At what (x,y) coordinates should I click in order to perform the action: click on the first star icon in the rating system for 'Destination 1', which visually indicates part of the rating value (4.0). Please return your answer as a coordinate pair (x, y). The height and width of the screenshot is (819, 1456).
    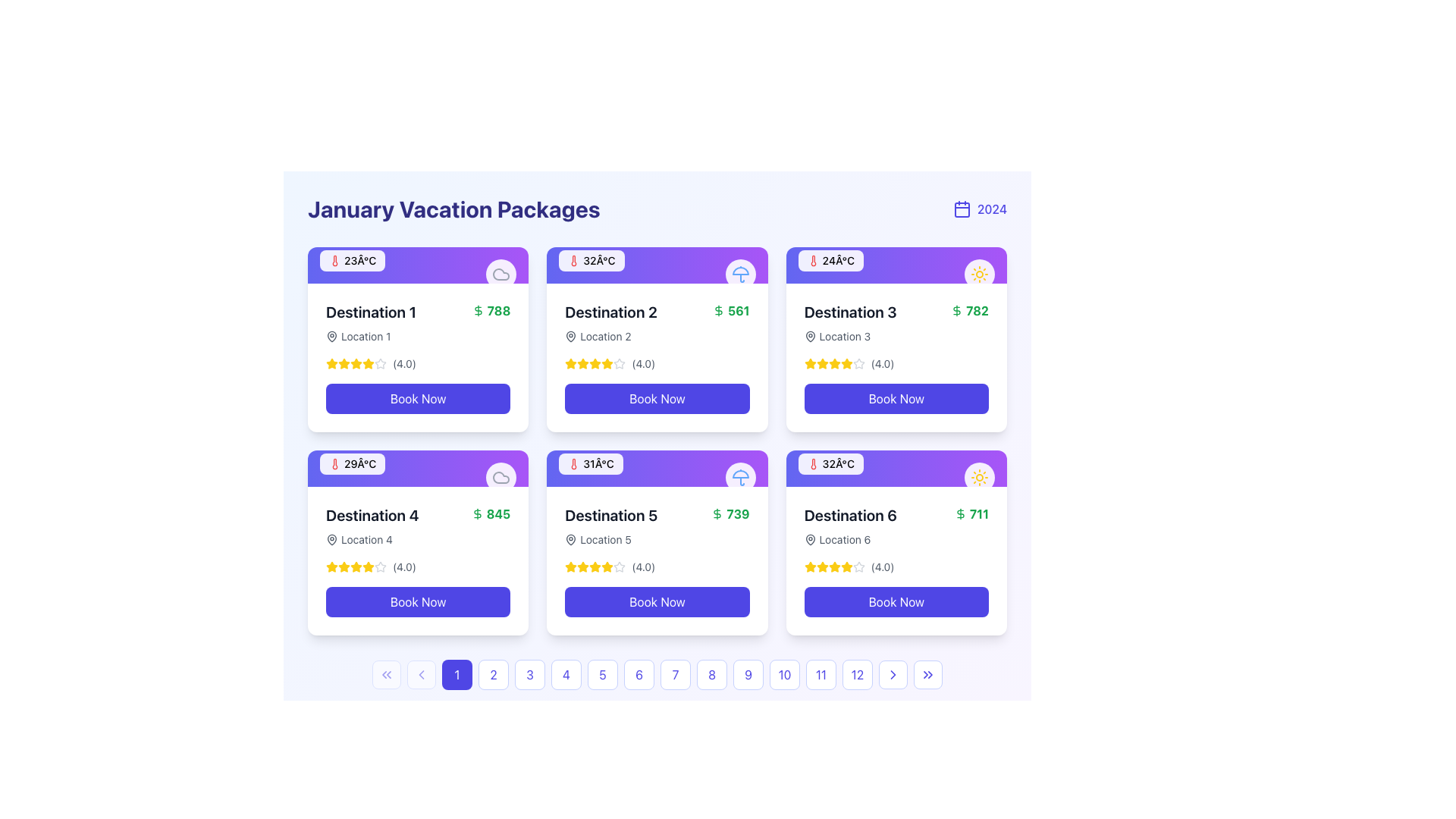
    Looking at the image, I should click on (331, 363).